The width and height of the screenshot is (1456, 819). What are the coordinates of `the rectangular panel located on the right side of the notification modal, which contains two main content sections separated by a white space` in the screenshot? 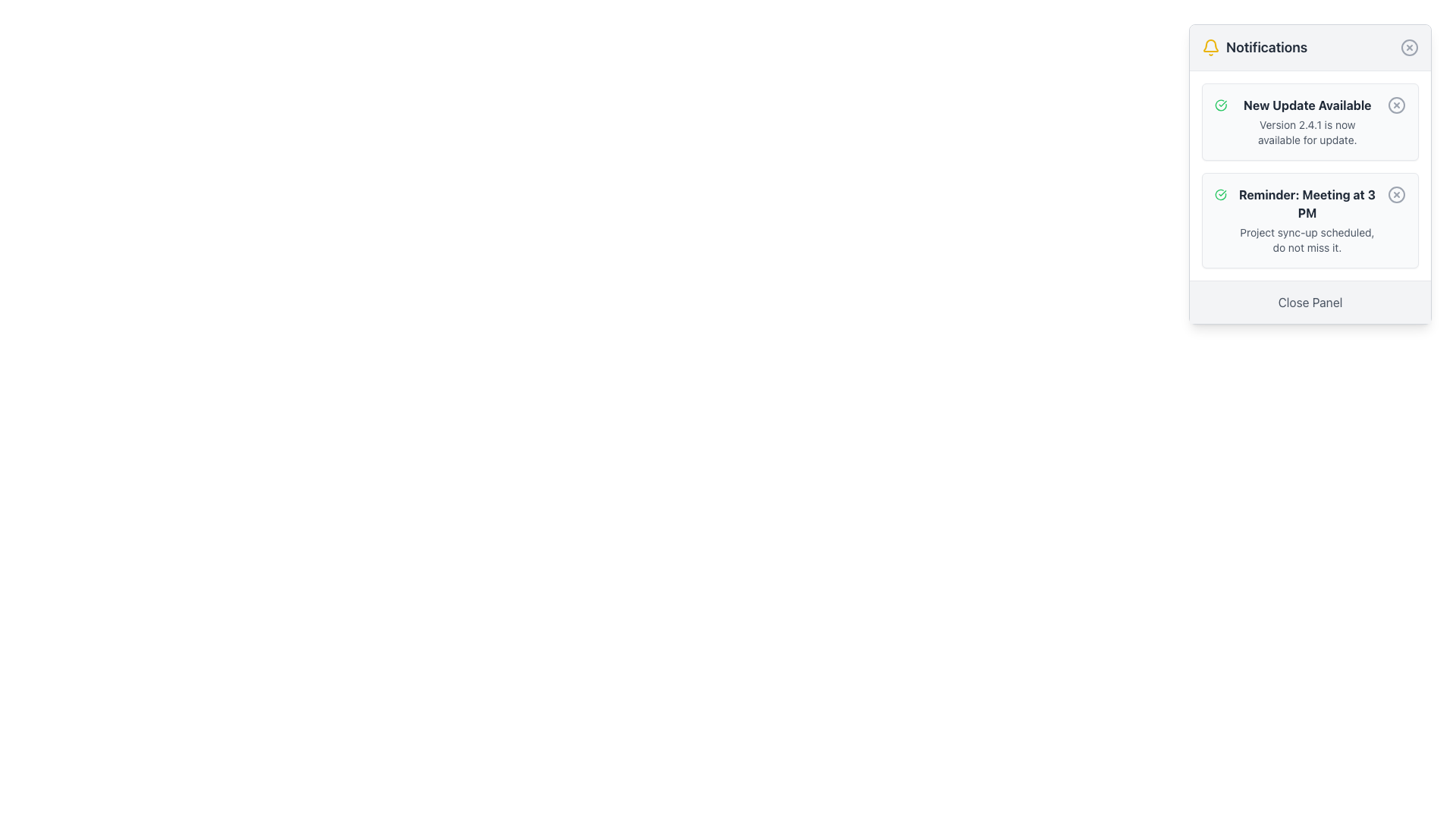 It's located at (1310, 174).